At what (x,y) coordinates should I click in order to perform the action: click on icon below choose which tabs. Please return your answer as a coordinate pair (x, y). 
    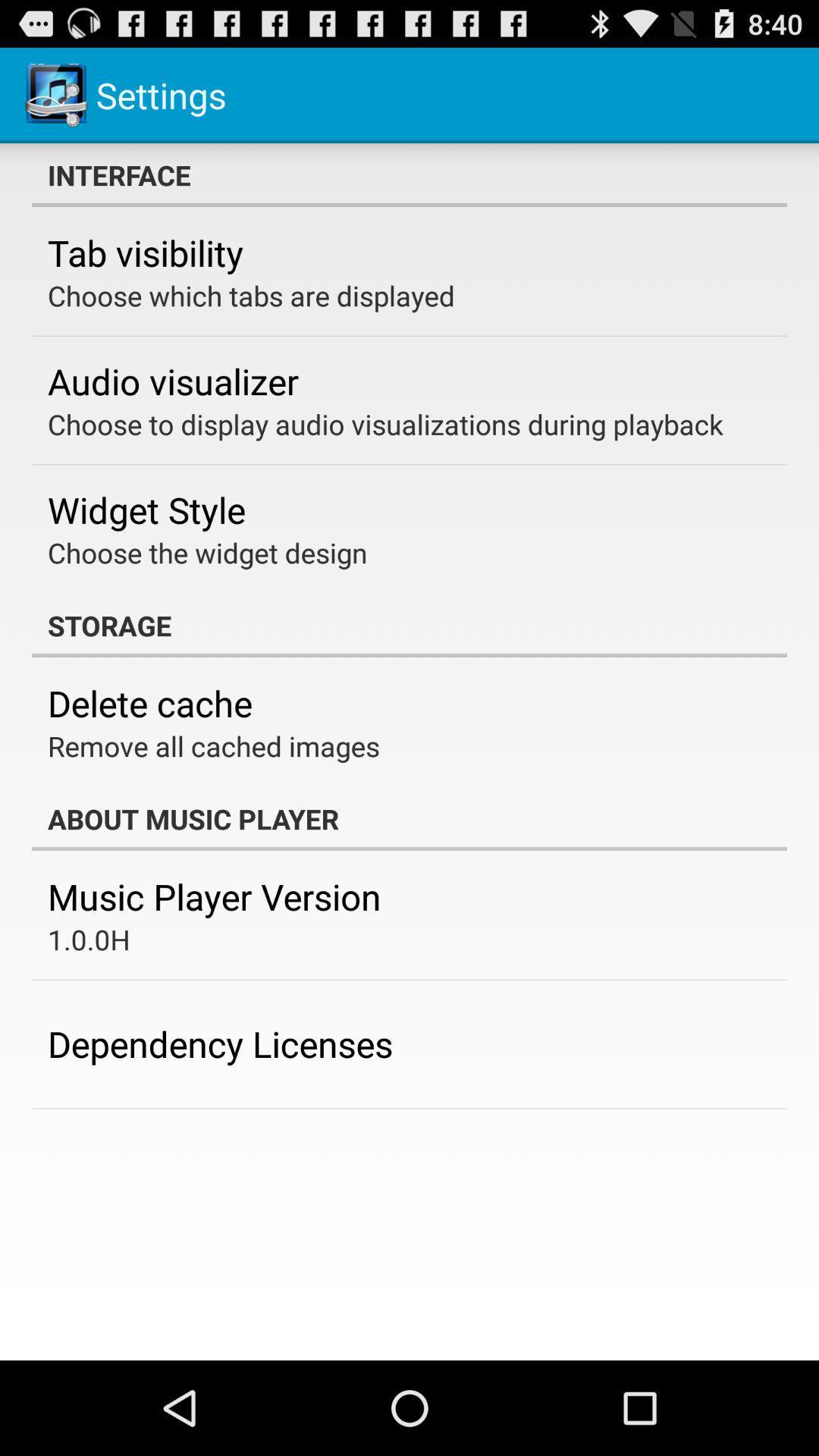
    Looking at the image, I should click on (172, 381).